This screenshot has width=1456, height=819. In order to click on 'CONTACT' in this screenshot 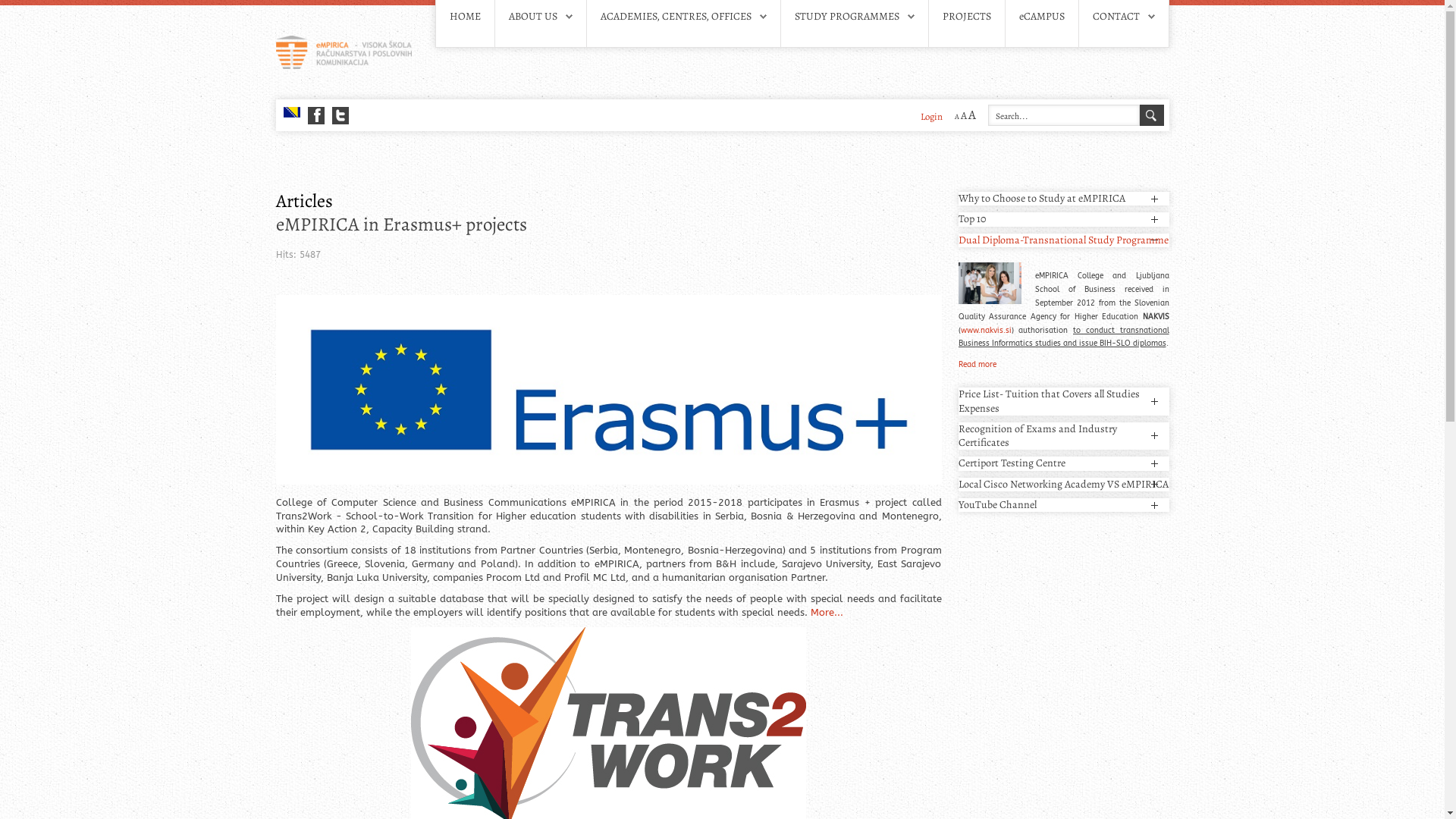, I will do `click(1092, 17)`.